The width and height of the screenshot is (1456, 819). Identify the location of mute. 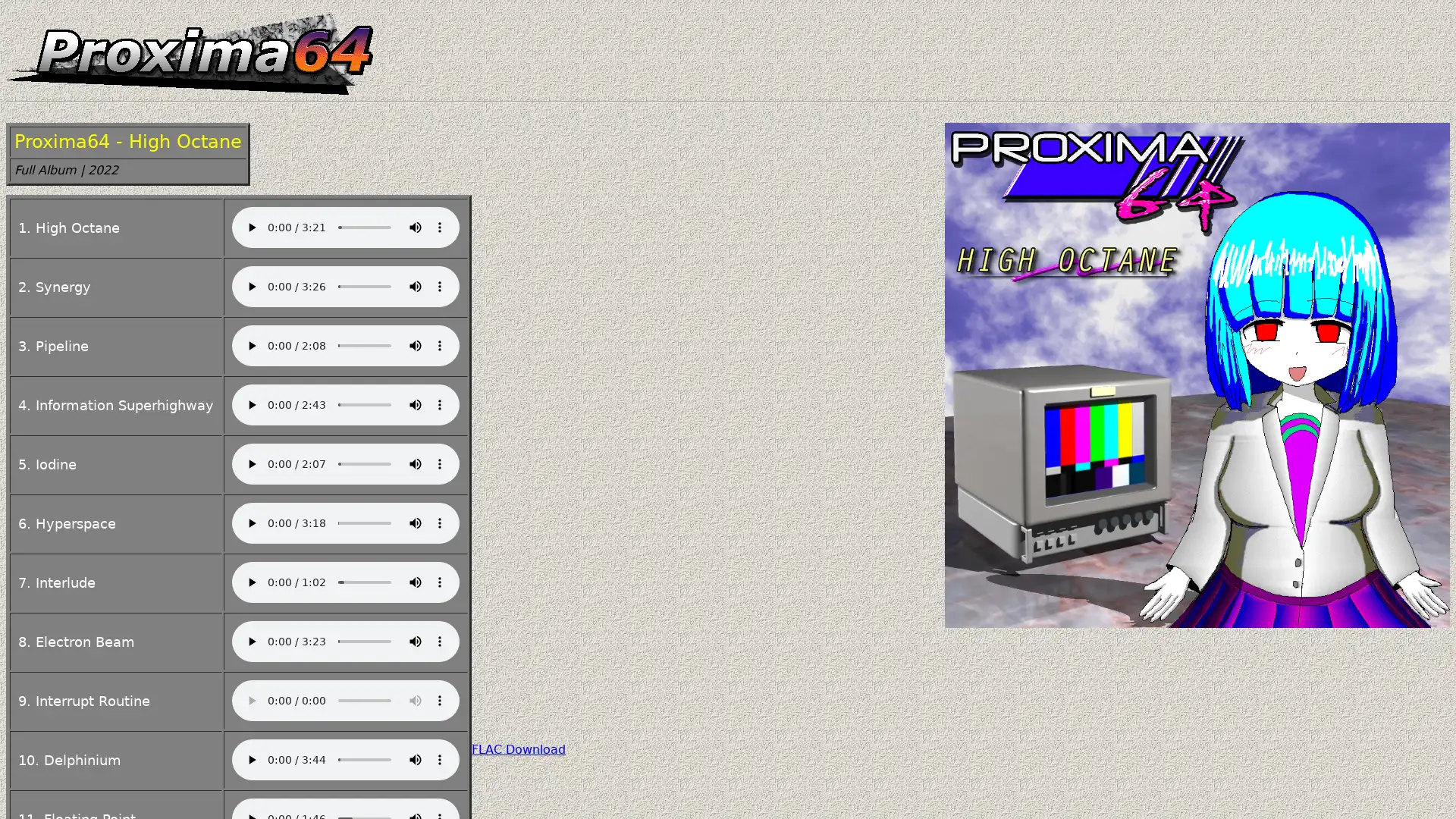
(415, 227).